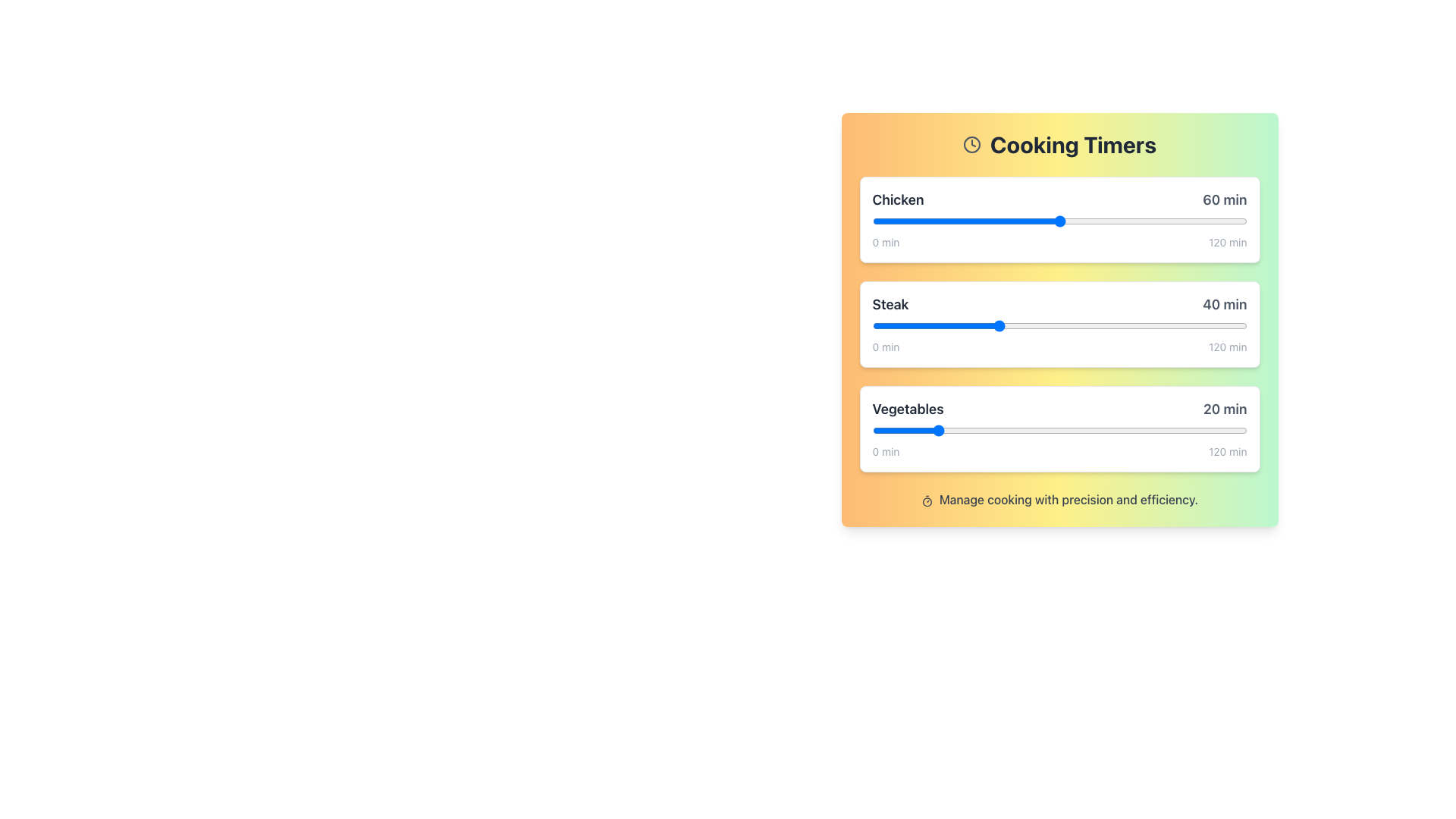 The height and width of the screenshot is (819, 1456). I want to click on the static text label displaying '0 min', which is styled in small gray font and positioned to the left of the progress bar for the 'Chicken' cooking timer, so click(886, 242).